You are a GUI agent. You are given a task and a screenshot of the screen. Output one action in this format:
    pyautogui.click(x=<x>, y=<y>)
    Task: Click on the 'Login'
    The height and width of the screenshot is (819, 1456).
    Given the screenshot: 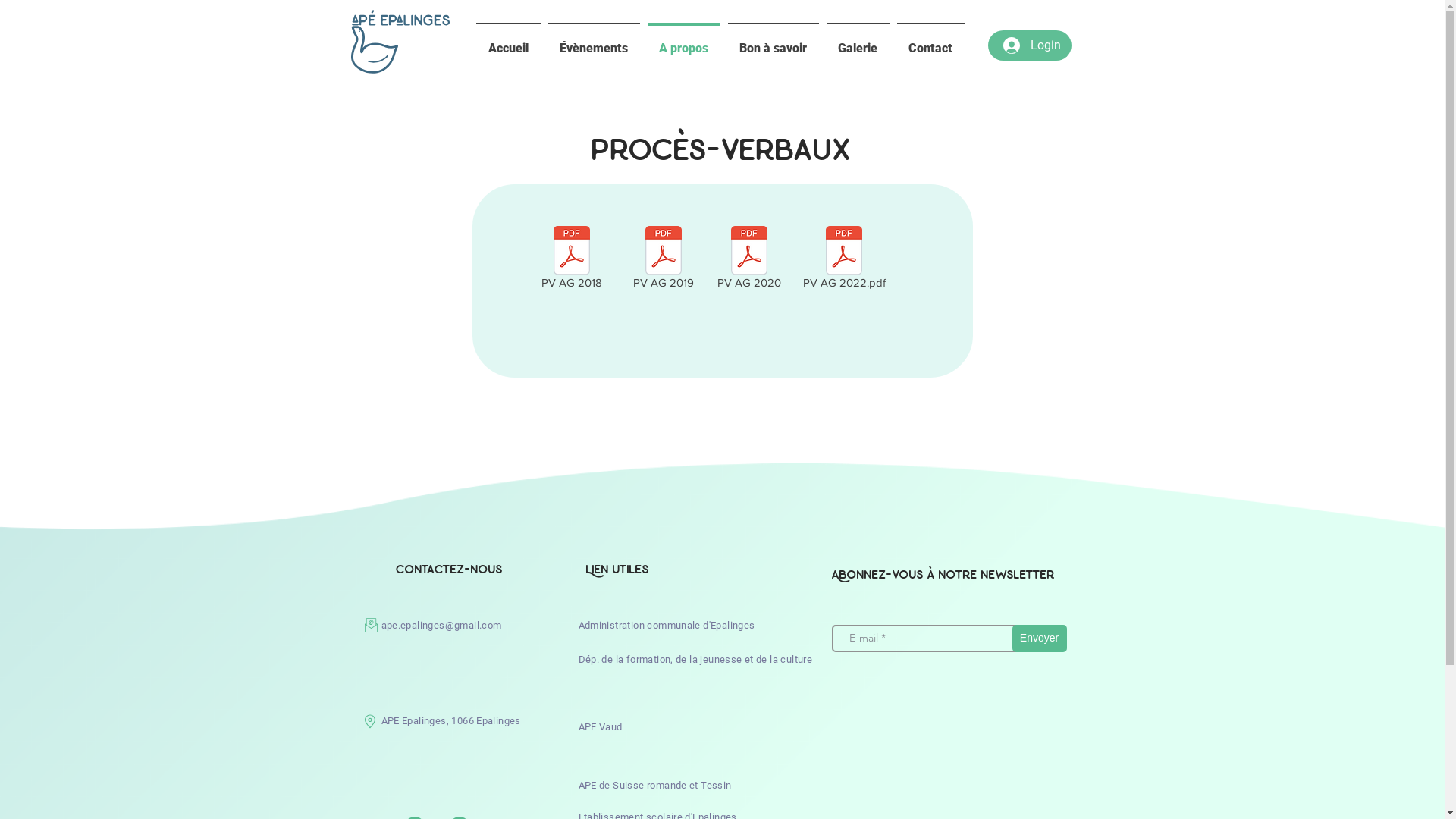 What is the action you would take?
    pyautogui.click(x=1031, y=45)
    